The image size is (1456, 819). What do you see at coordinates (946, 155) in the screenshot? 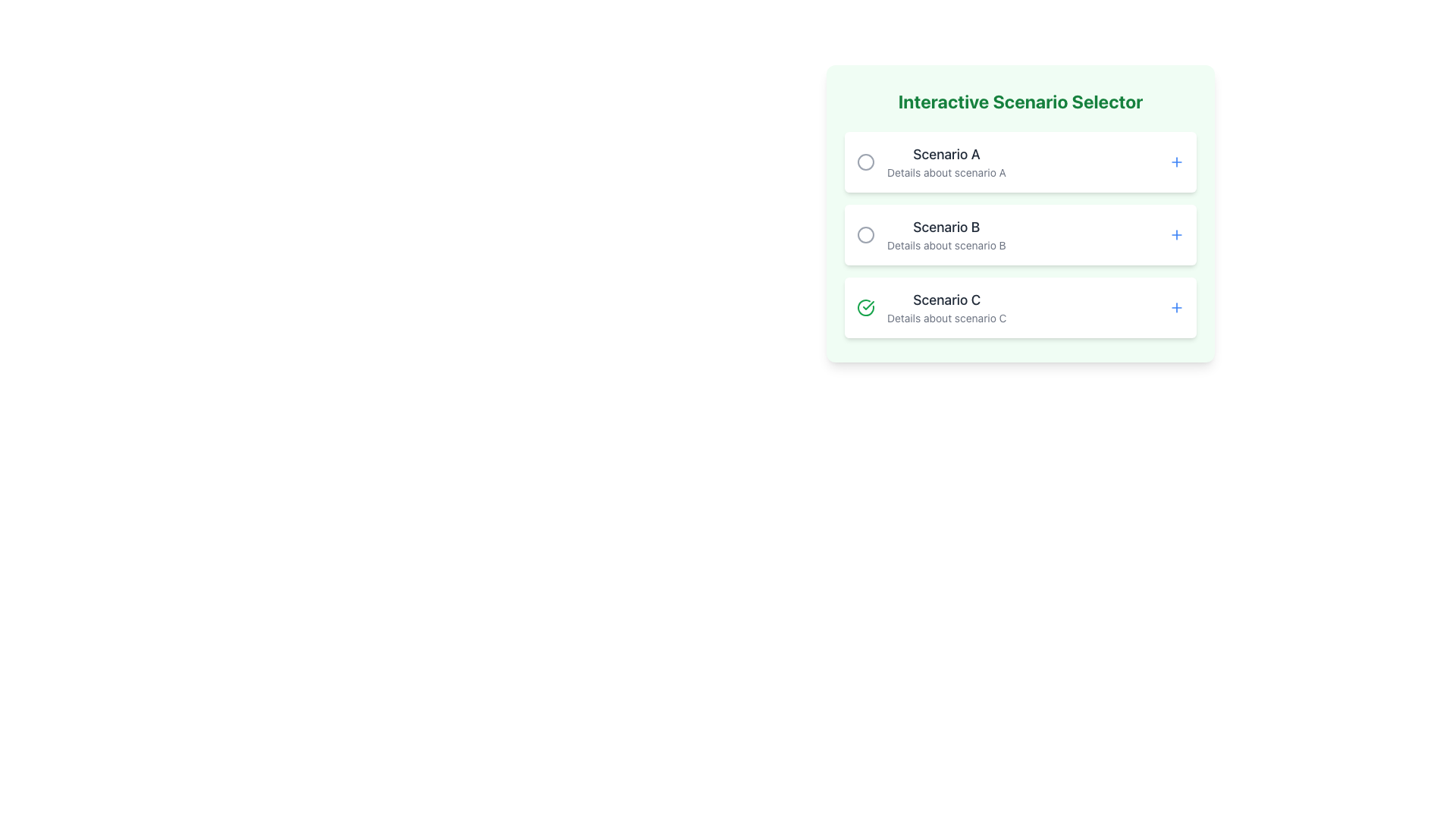
I see `the text label displaying 'Scenario A' for accessibility purposes` at bounding box center [946, 155].